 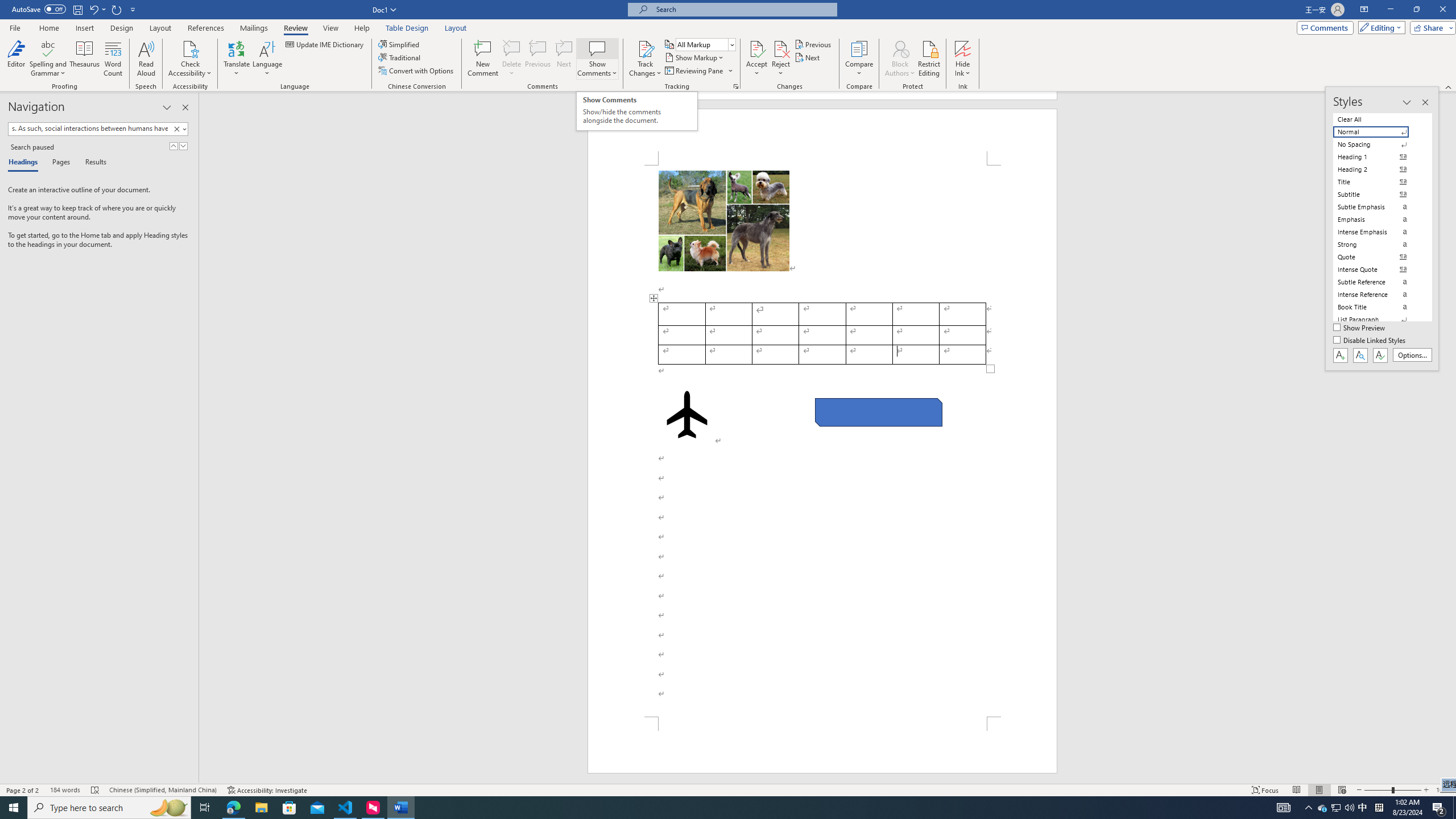 I want to click on 'Spelling and Grammar Check Errors', so click(x=95, y=790).